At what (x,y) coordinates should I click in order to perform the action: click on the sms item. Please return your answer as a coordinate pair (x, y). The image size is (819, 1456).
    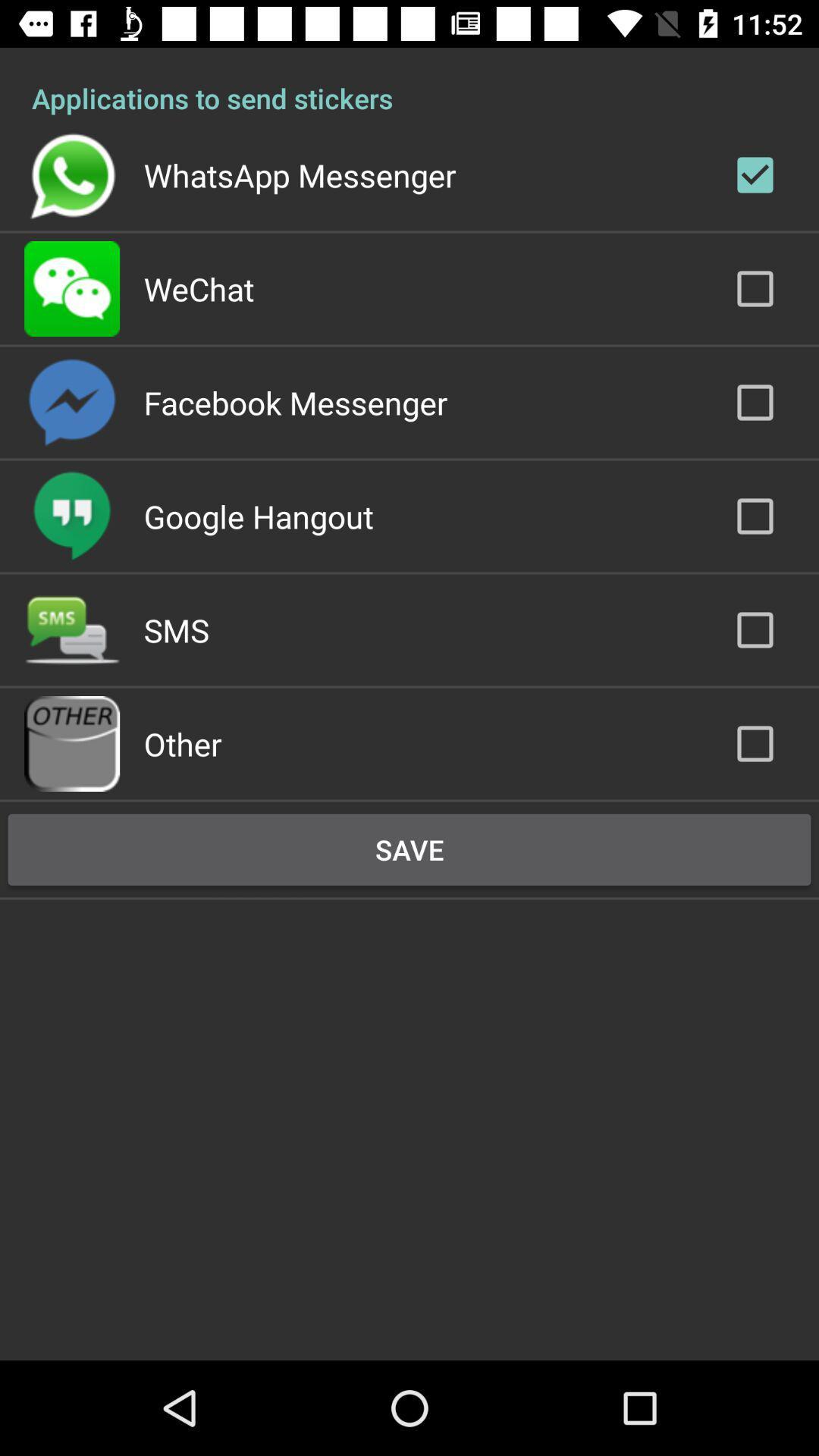
    Looking at the image, I should click on (175, 629).